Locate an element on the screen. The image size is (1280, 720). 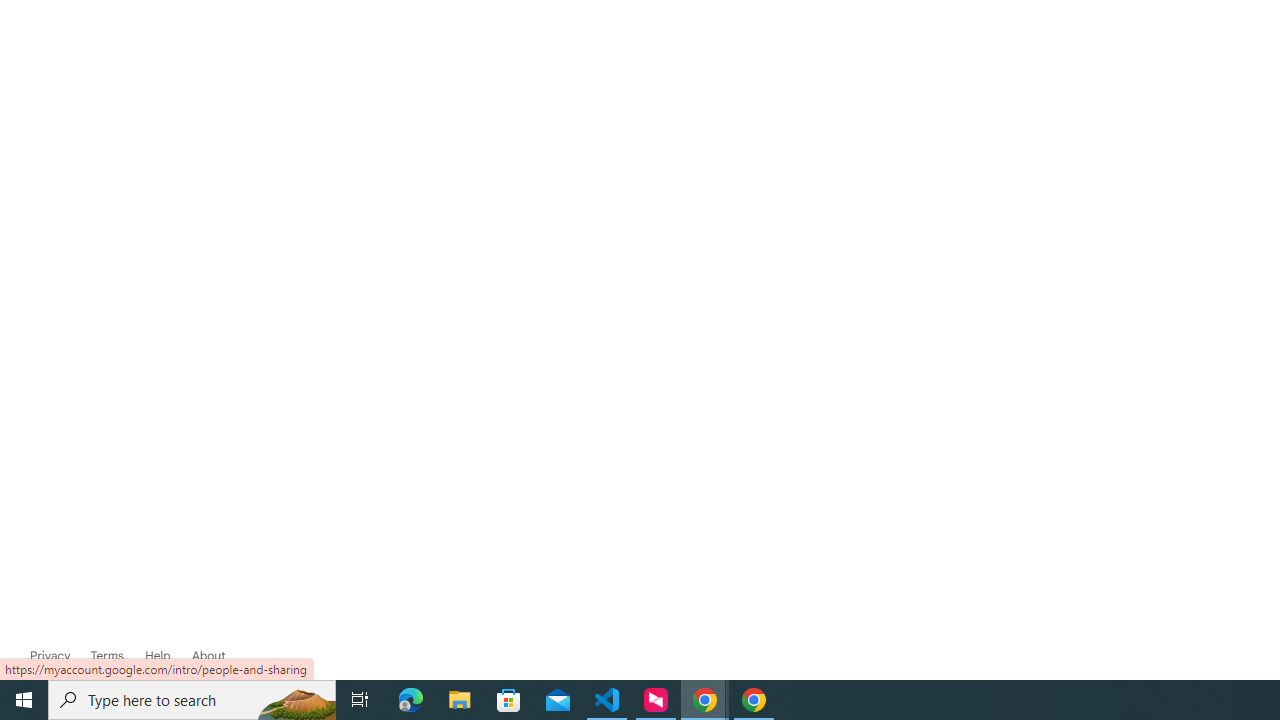
'Learn more about Google Account' is located at coordinates (208, 655).